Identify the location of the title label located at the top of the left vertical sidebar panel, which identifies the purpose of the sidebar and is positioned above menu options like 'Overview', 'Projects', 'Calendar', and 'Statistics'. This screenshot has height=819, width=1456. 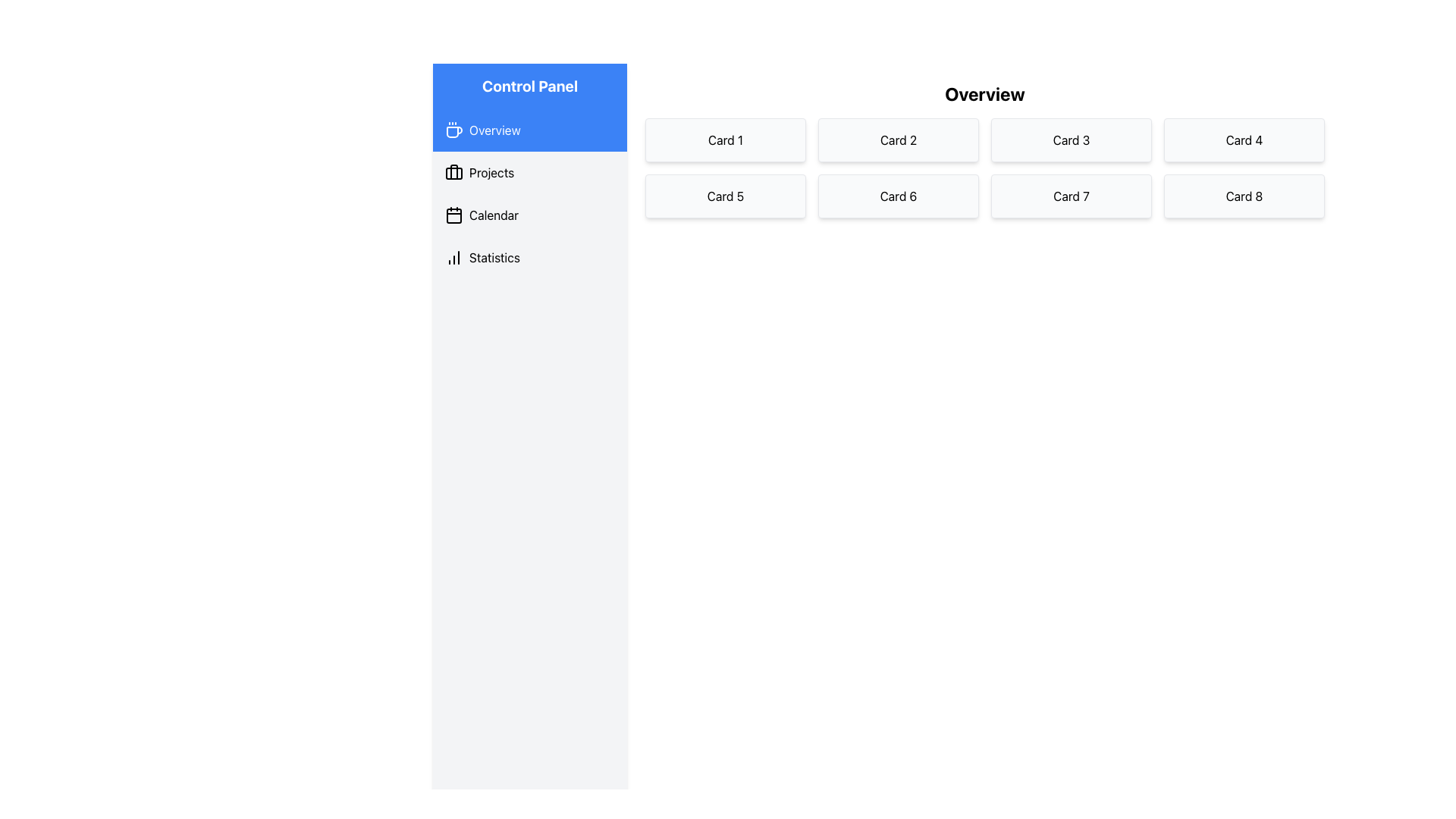
(530, 86).